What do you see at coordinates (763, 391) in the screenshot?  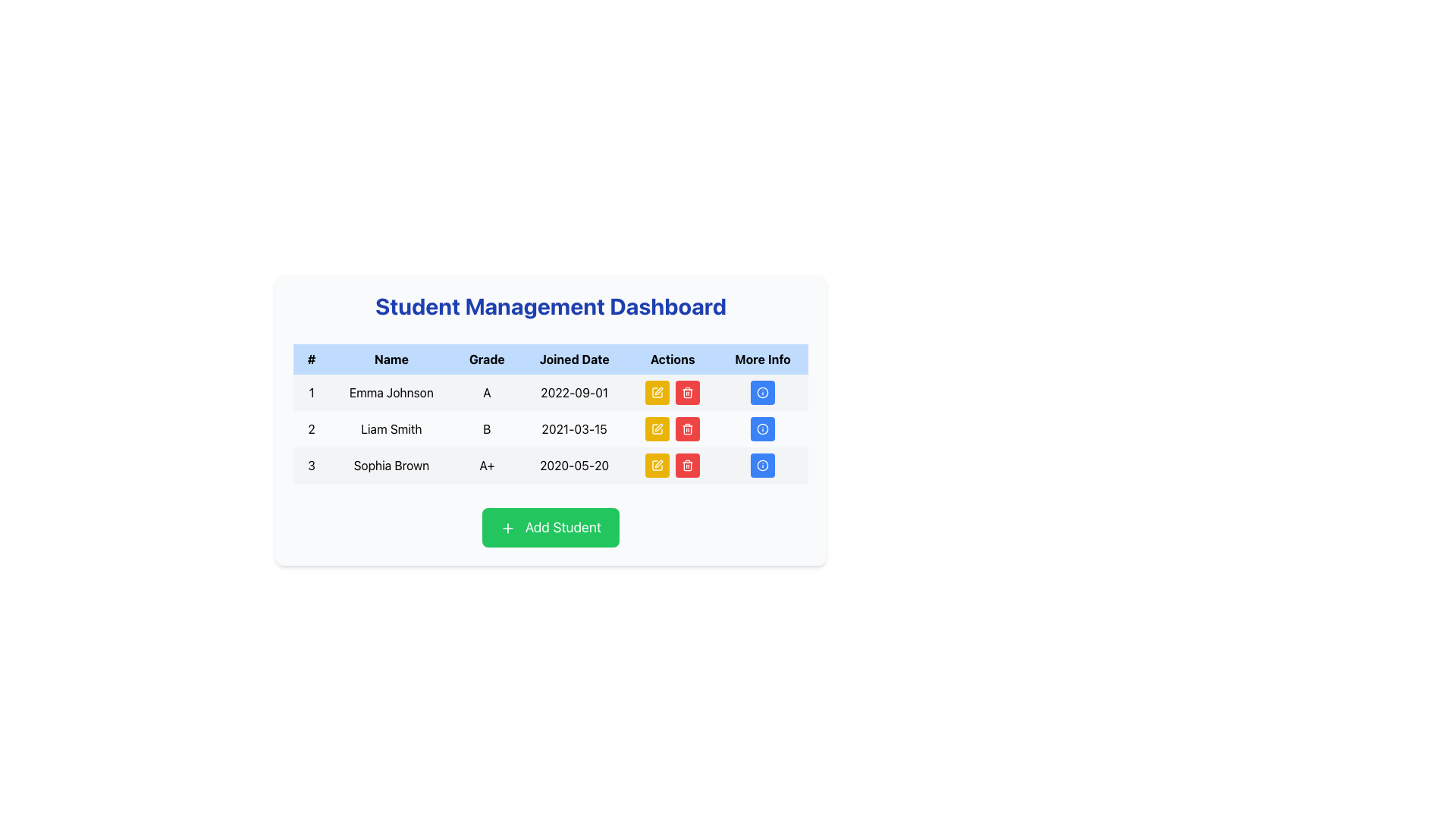 I see `the small circular information icon button with a blue background and white border in the 'More Info' column of the 'Student Management Dashboard' for the student 'Emma Johnson'` at bounding box center [763, 391].